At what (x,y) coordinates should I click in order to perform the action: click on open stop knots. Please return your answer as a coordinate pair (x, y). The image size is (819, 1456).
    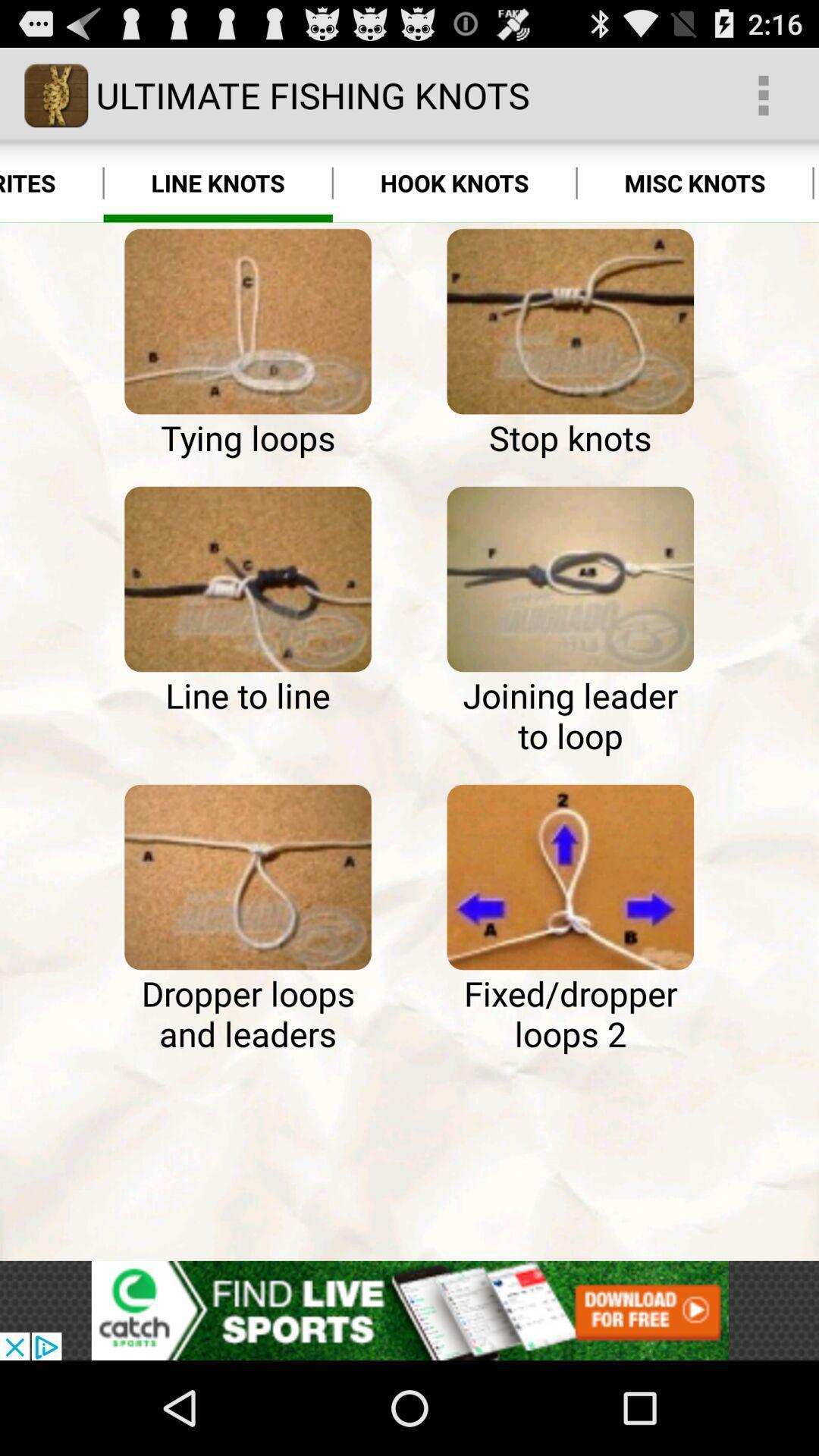
    Looking at the image, I should click on (570, 321).